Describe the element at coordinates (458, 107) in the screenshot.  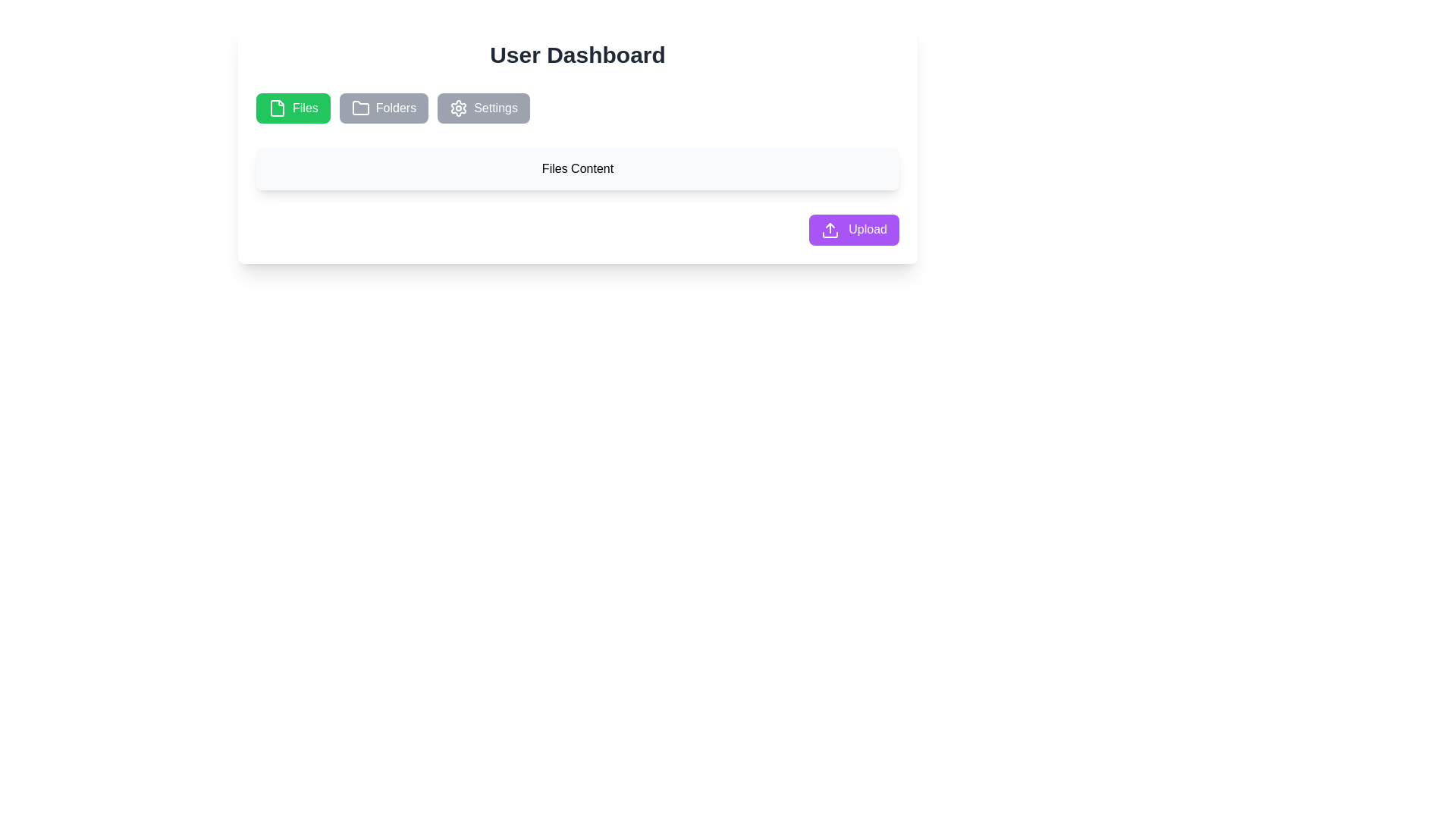
I see `the 'Settings' button, which is represented by a gear icon located at the top center of the dashboard, below the 'User Dashboard' heading` at that location.